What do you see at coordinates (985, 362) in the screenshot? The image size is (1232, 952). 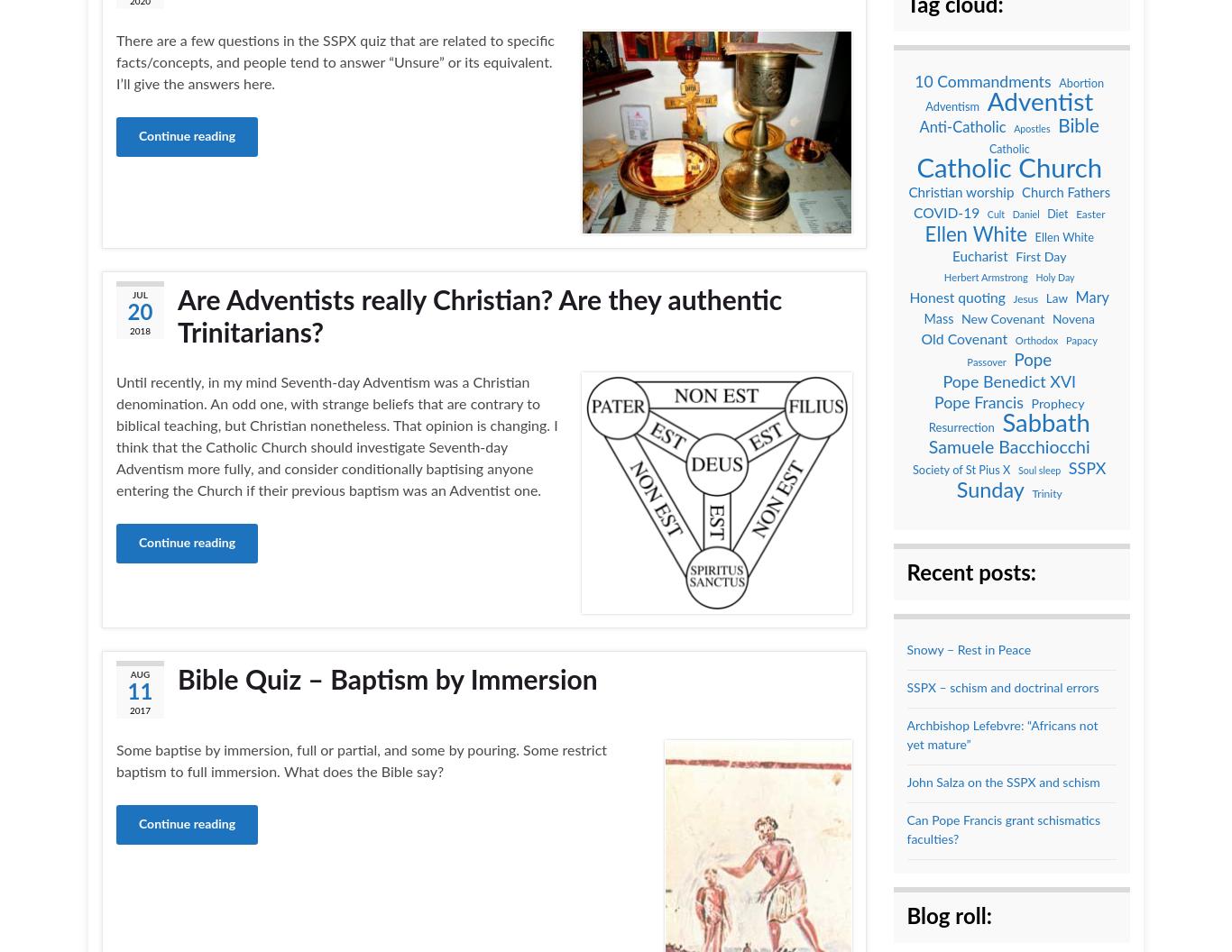 I see `'Passover'` at bounding box center [985, 362].